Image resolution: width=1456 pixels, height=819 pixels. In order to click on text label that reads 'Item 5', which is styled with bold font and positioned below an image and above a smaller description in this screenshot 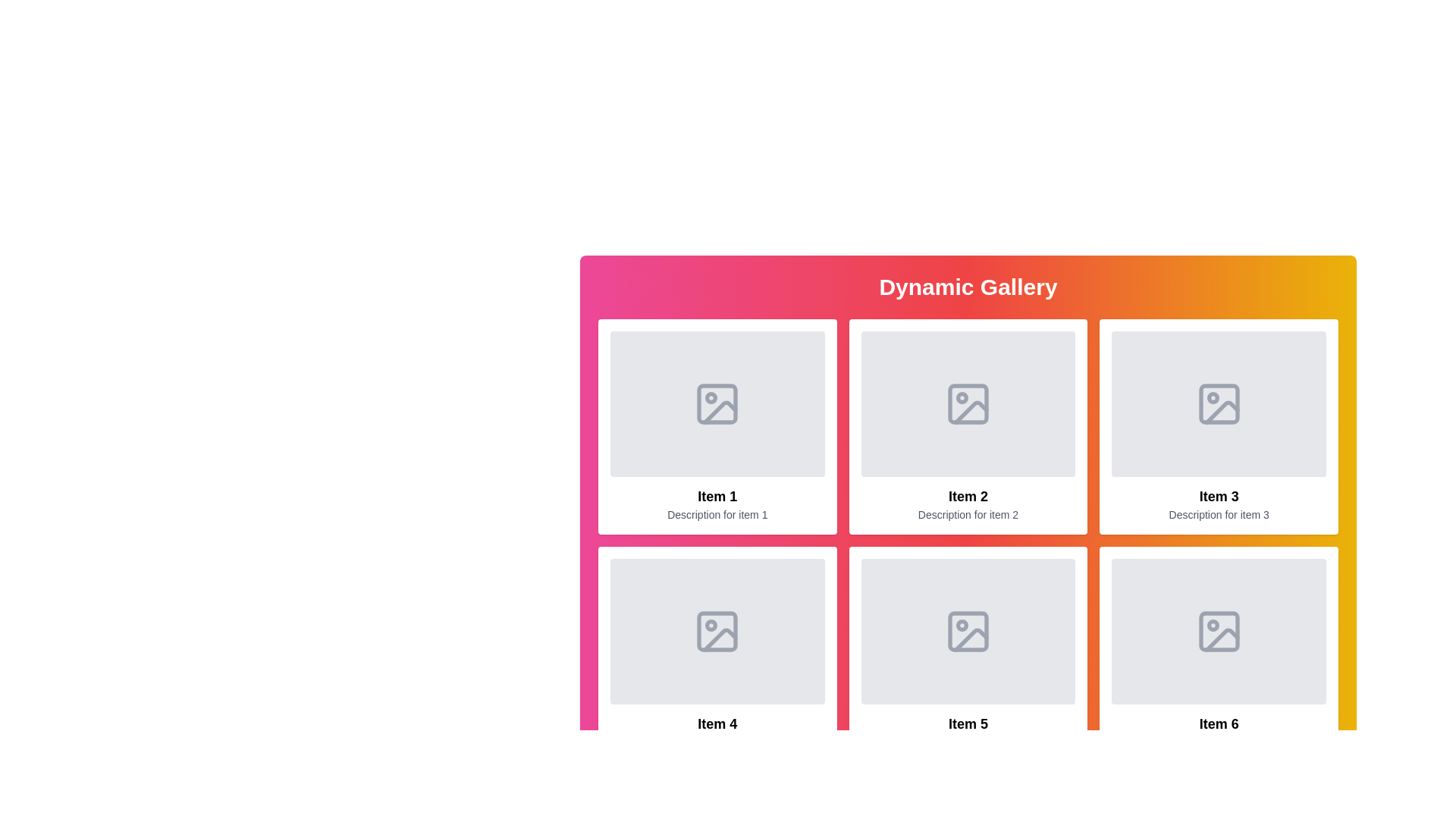, I will do `click(967, 723)`.